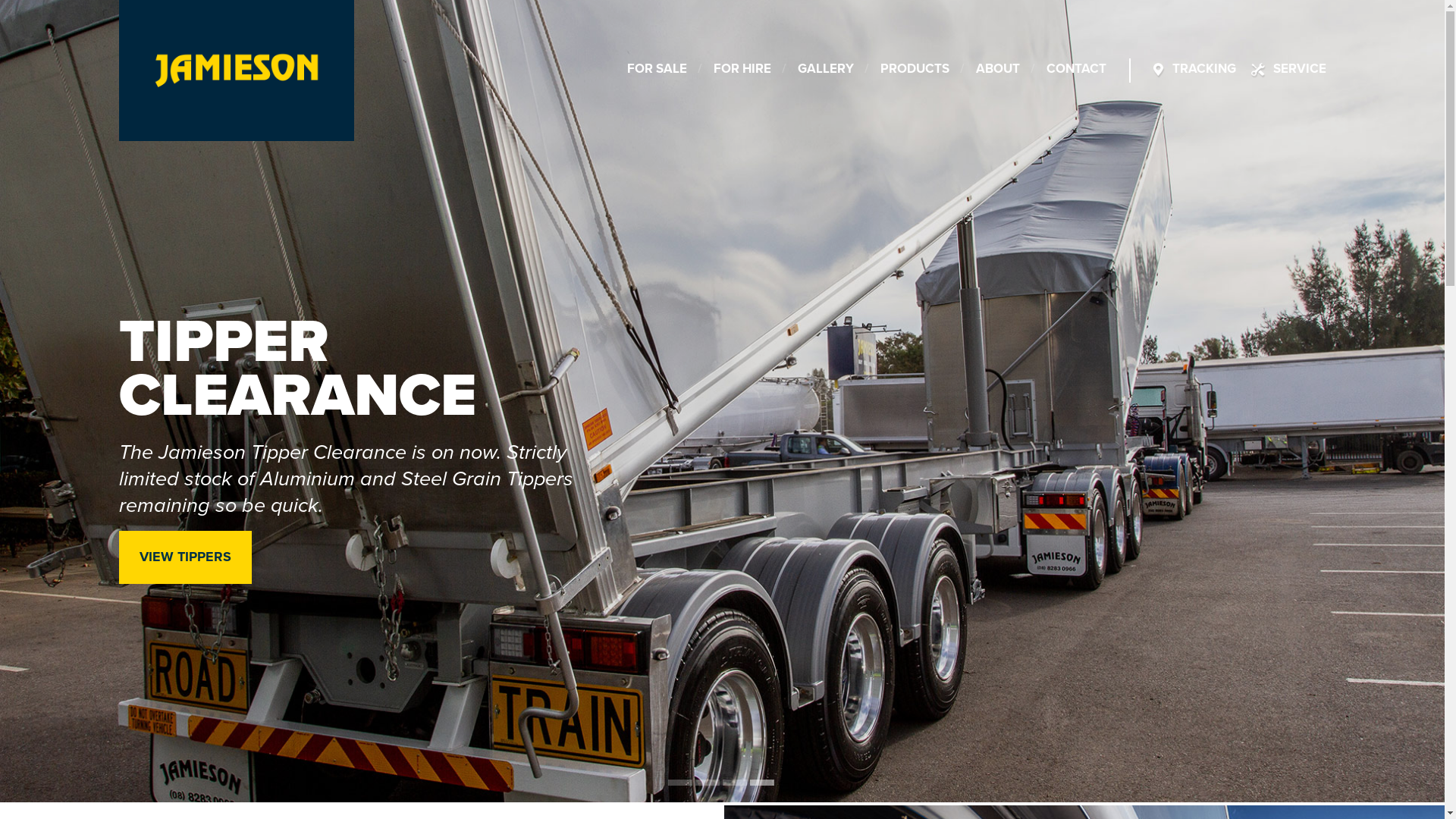 Image resolution: width=1456 pixels, height=819 pixels. I want to click on 'PRODUCTS', so click(914, 70).